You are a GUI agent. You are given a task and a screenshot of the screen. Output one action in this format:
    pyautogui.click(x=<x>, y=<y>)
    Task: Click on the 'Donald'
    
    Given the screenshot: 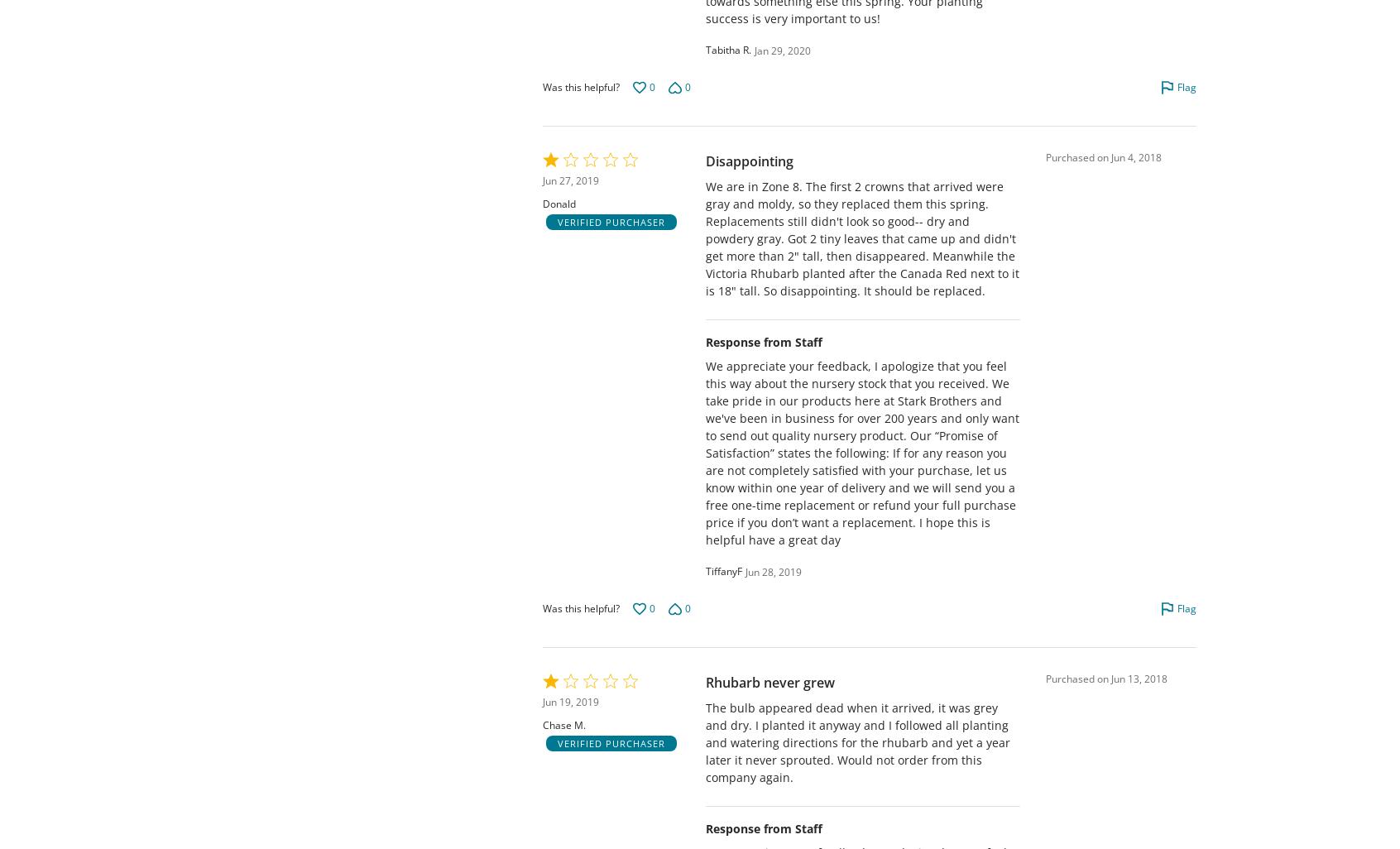 What is the action you would take?
    pyautogui.click(x=559, y=204)
    